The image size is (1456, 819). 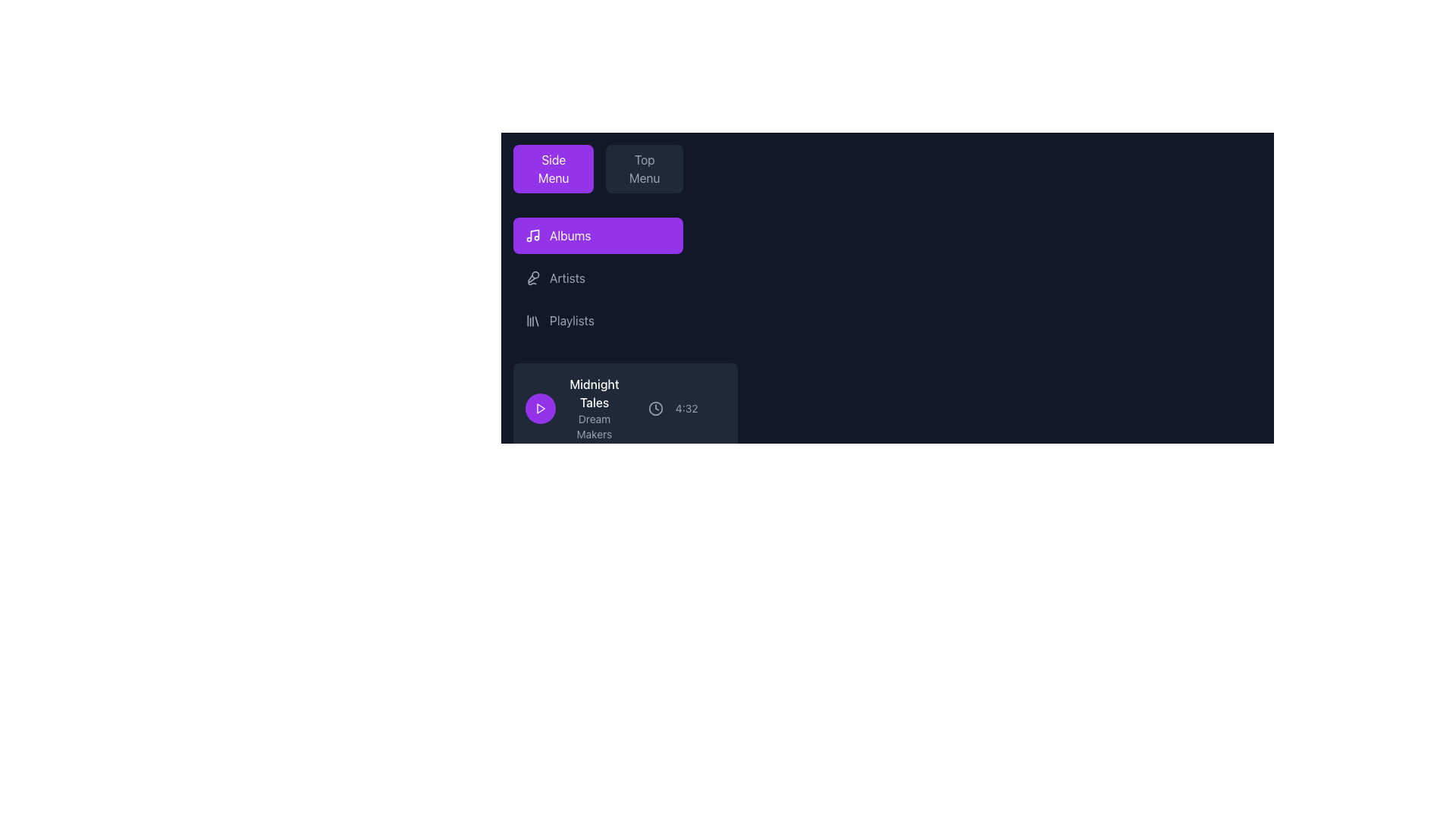 I want to click on information from the static text label indicating the creators or contributors related to the 'Midnight Tales' audio track, which is positioned below the play button and to the left of the time display '4:32', so click(x=593, y=427).